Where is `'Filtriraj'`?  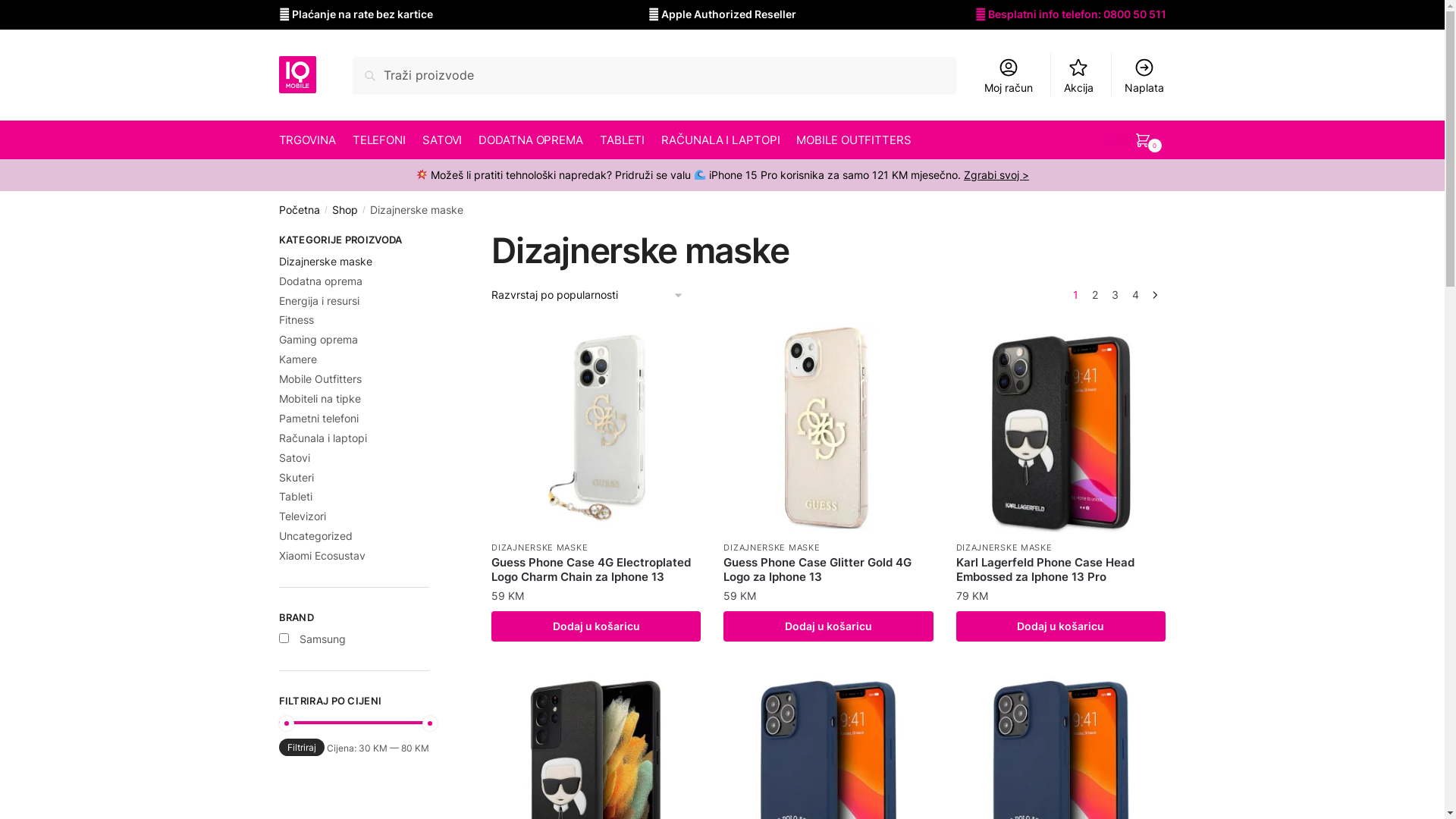
'Filtriraj' is located at coordinates (302, 746).